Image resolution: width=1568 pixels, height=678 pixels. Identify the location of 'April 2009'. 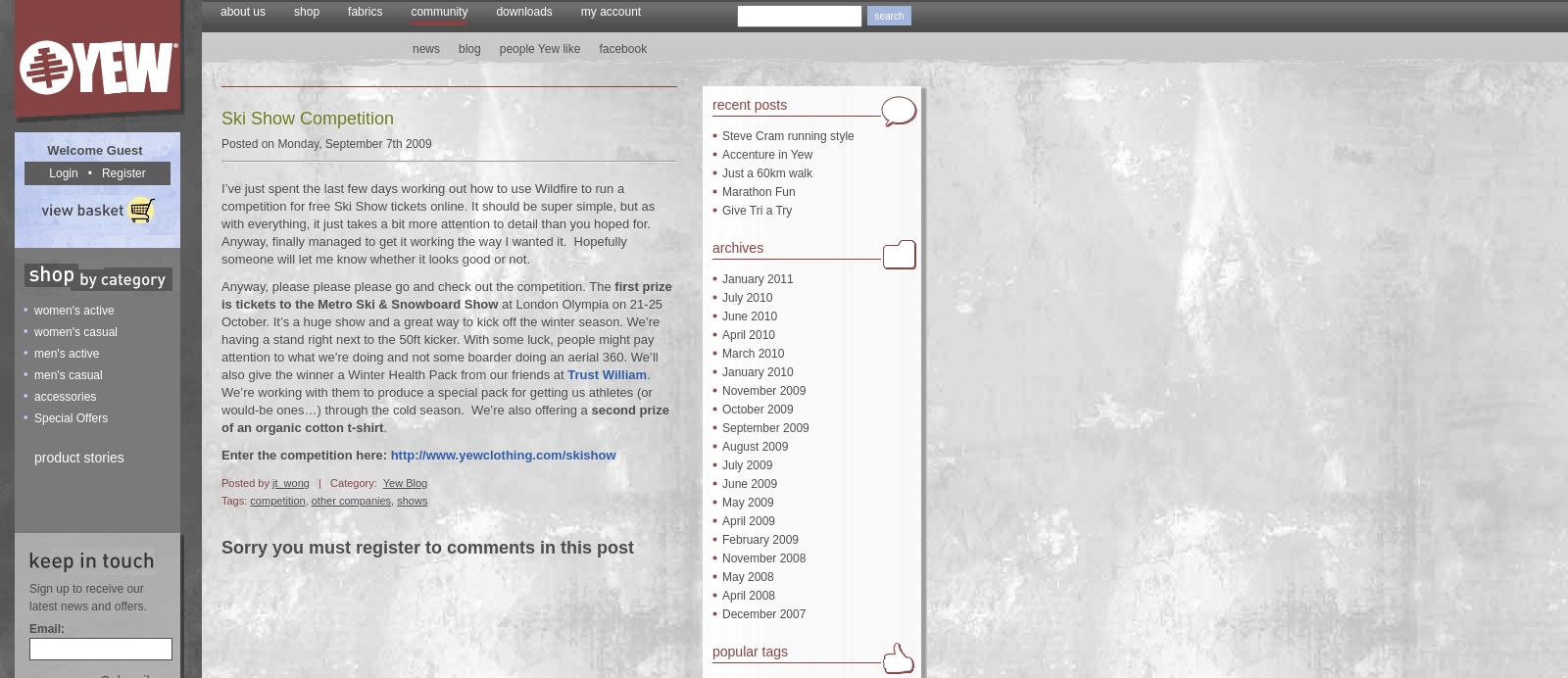
(749, 521).